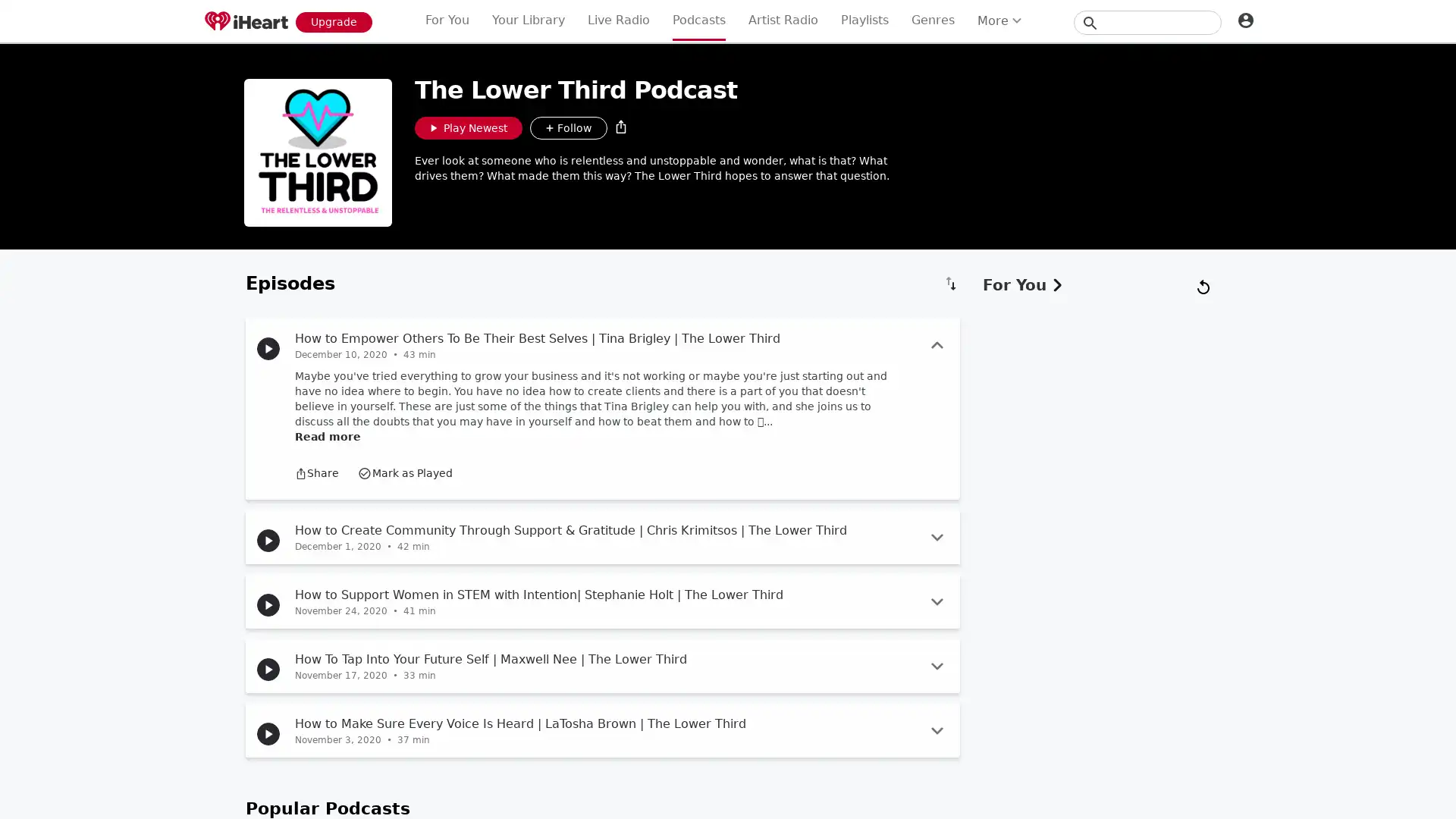 This screenshot has width=1456, height=819. I want to click on See More, so click(602, 798).